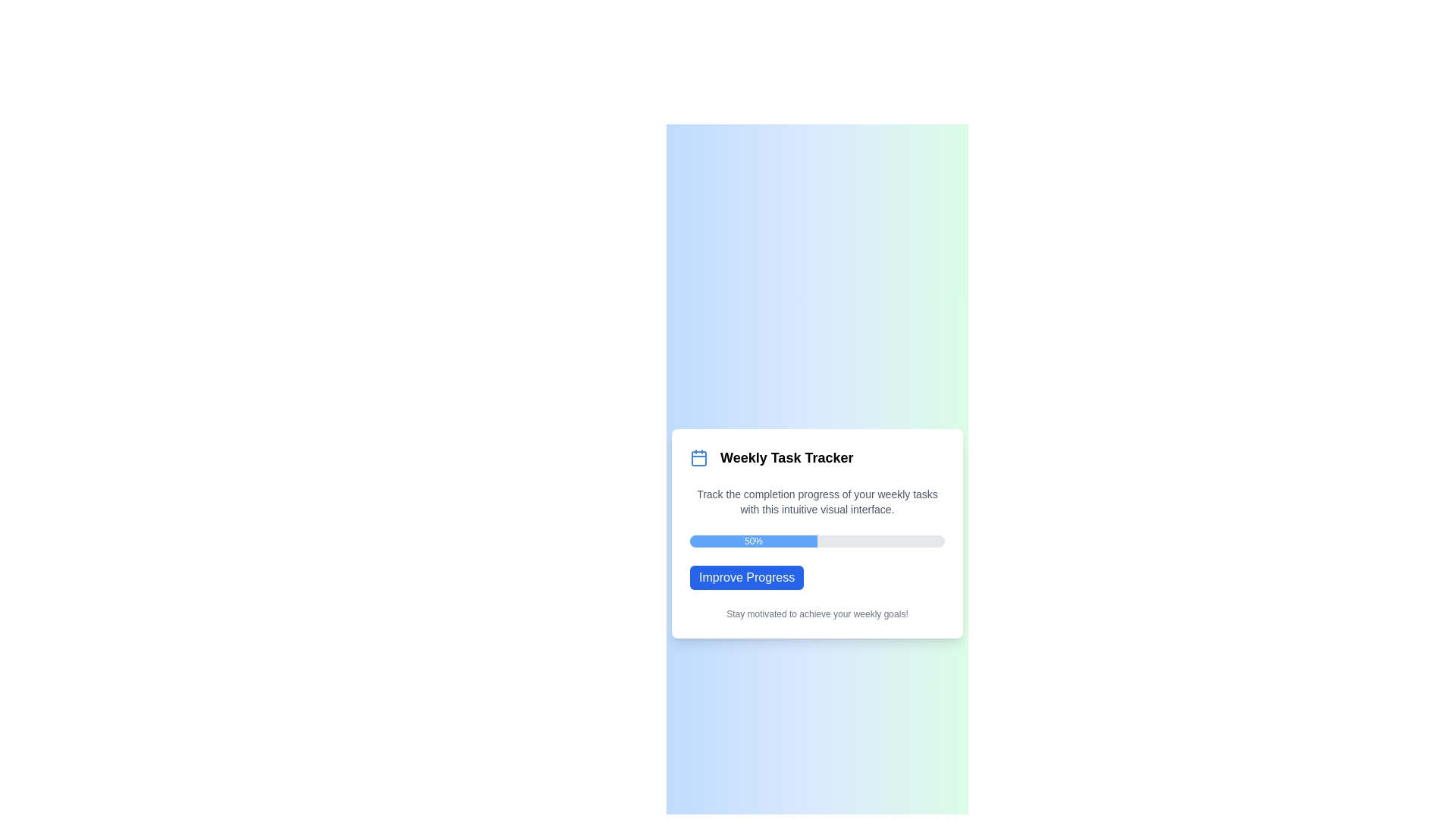  Describe the element at coordinates (786, 457) in the screenshot. I see `title of the Text Label that displays 'Weekly Task Tracker', which is styled in a large bold font and located prominently in the card header area, next to a calendar icon` at that location.